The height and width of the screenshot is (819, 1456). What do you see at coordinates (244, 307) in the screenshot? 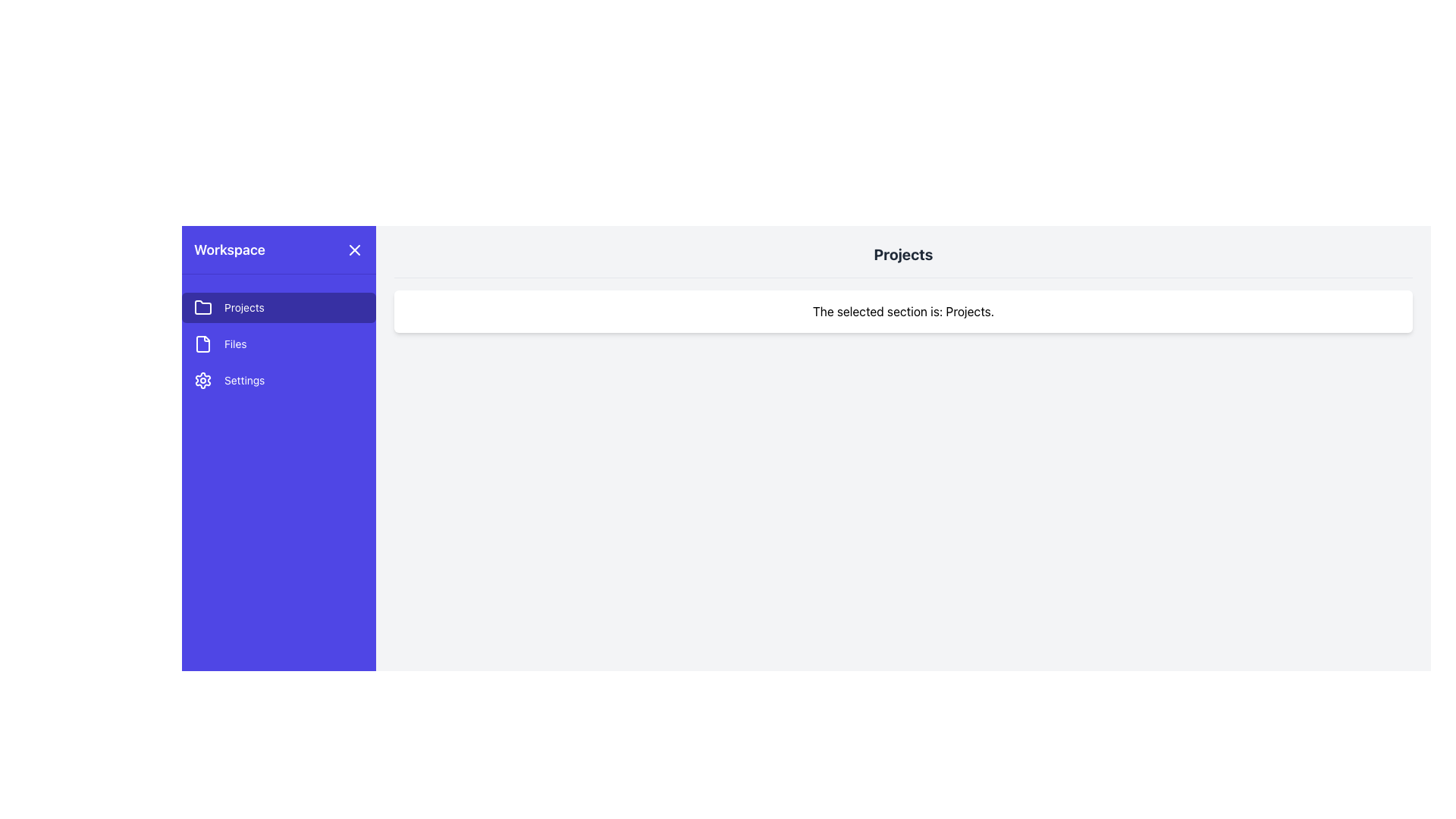
I see `the 'Projects' label in the vertical side navigation bar, which is next to the folder icon and part of the navigation links including 'Files' and 'Settings'` at bounding box center [244, 307].